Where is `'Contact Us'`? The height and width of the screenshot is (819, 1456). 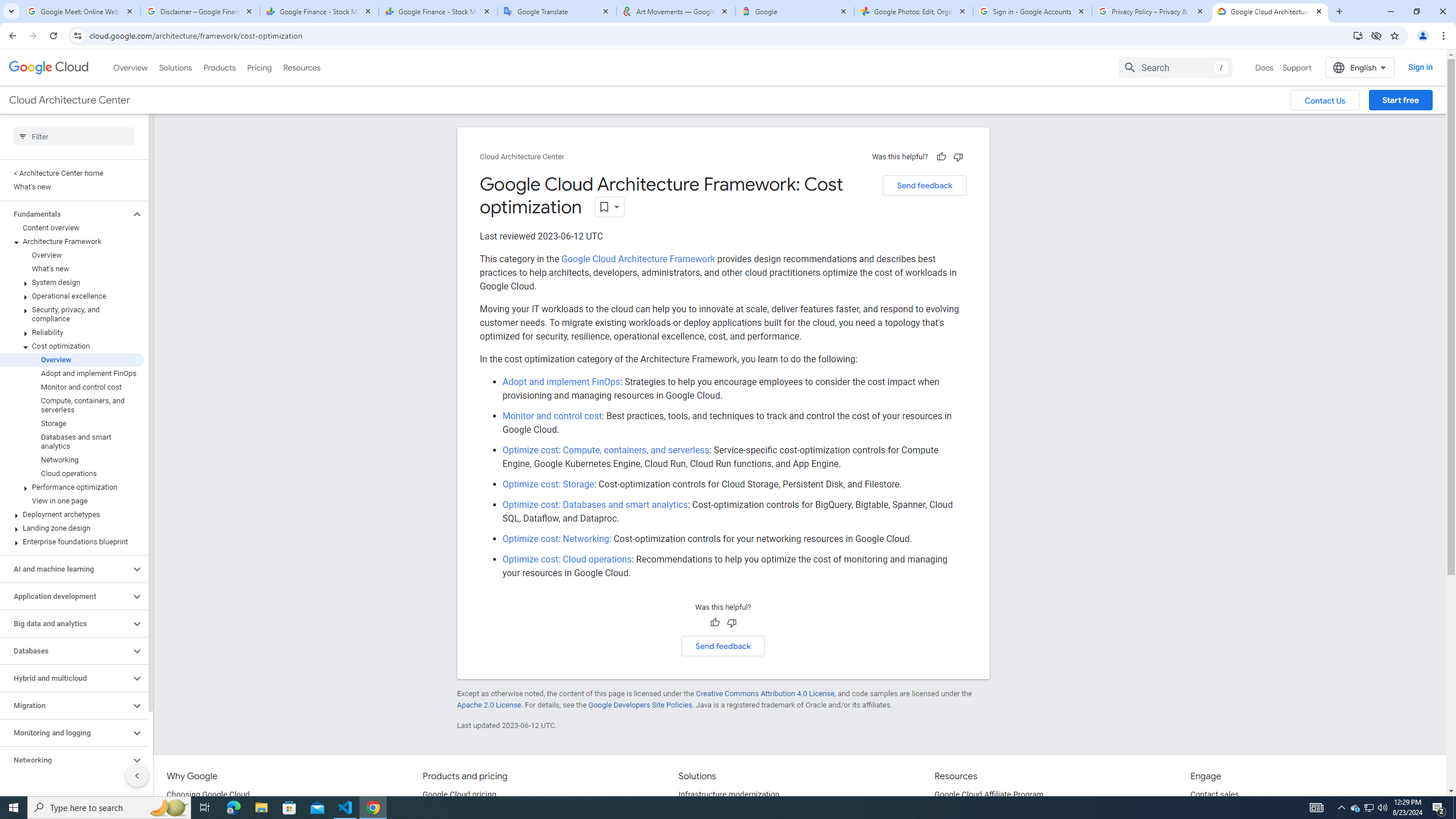
'Contact Us' is located at coordinates (1324, 100).